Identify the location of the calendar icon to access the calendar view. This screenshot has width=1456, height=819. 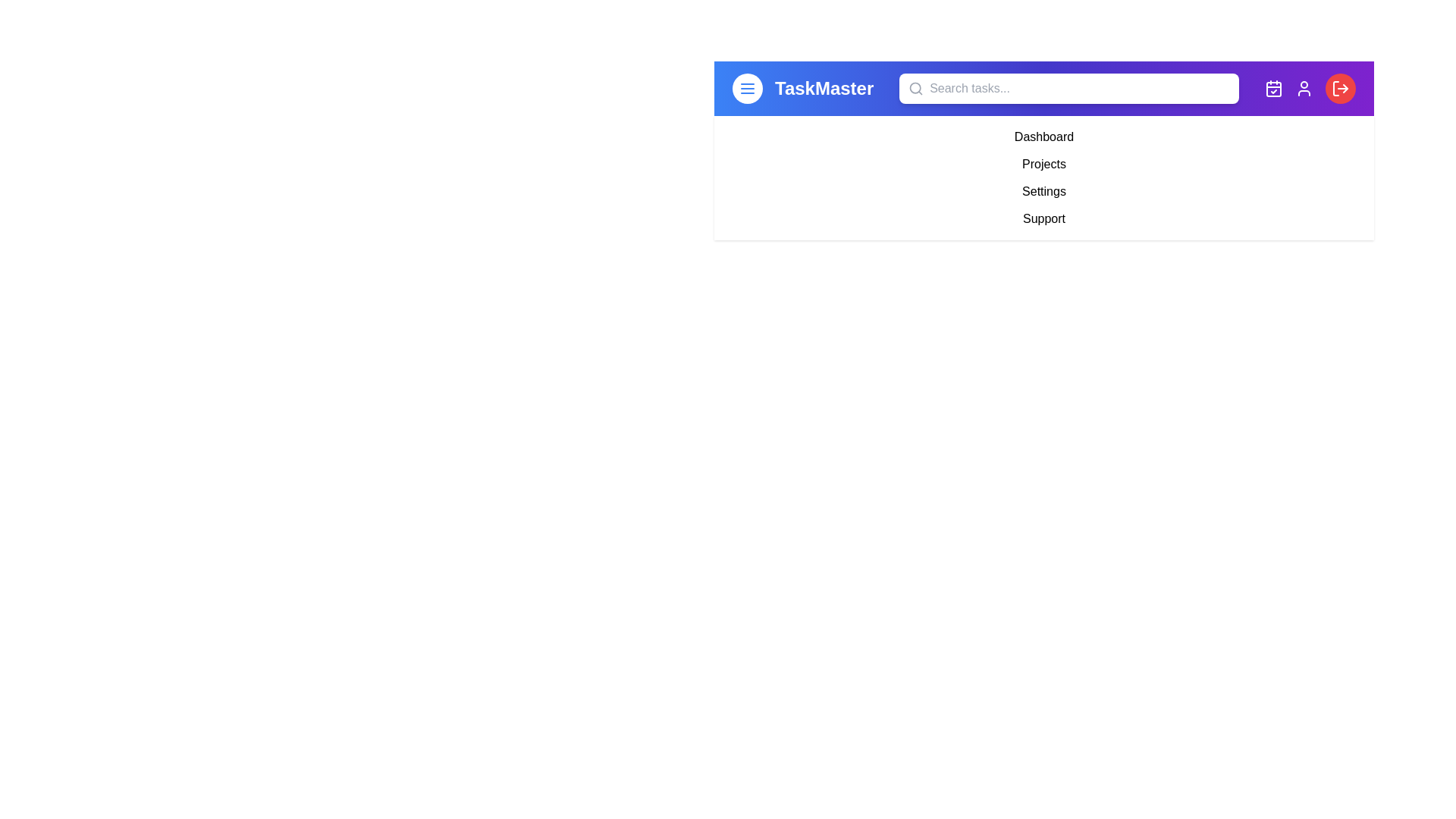
(1273, 88).